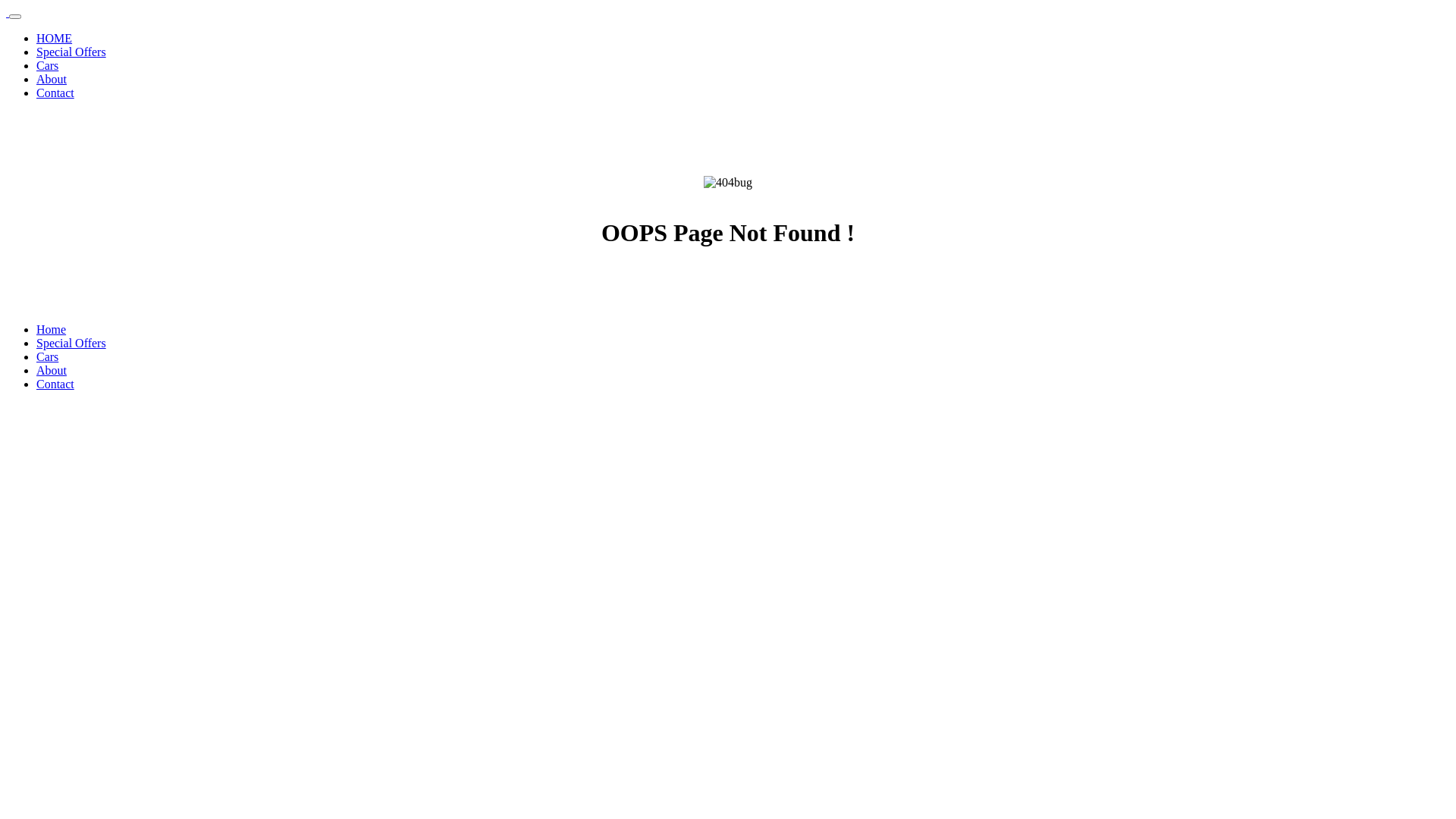  What do you see at coordinates (36, 370) in the screenshot?
I see `'About'` at bounding box center [36, 370].